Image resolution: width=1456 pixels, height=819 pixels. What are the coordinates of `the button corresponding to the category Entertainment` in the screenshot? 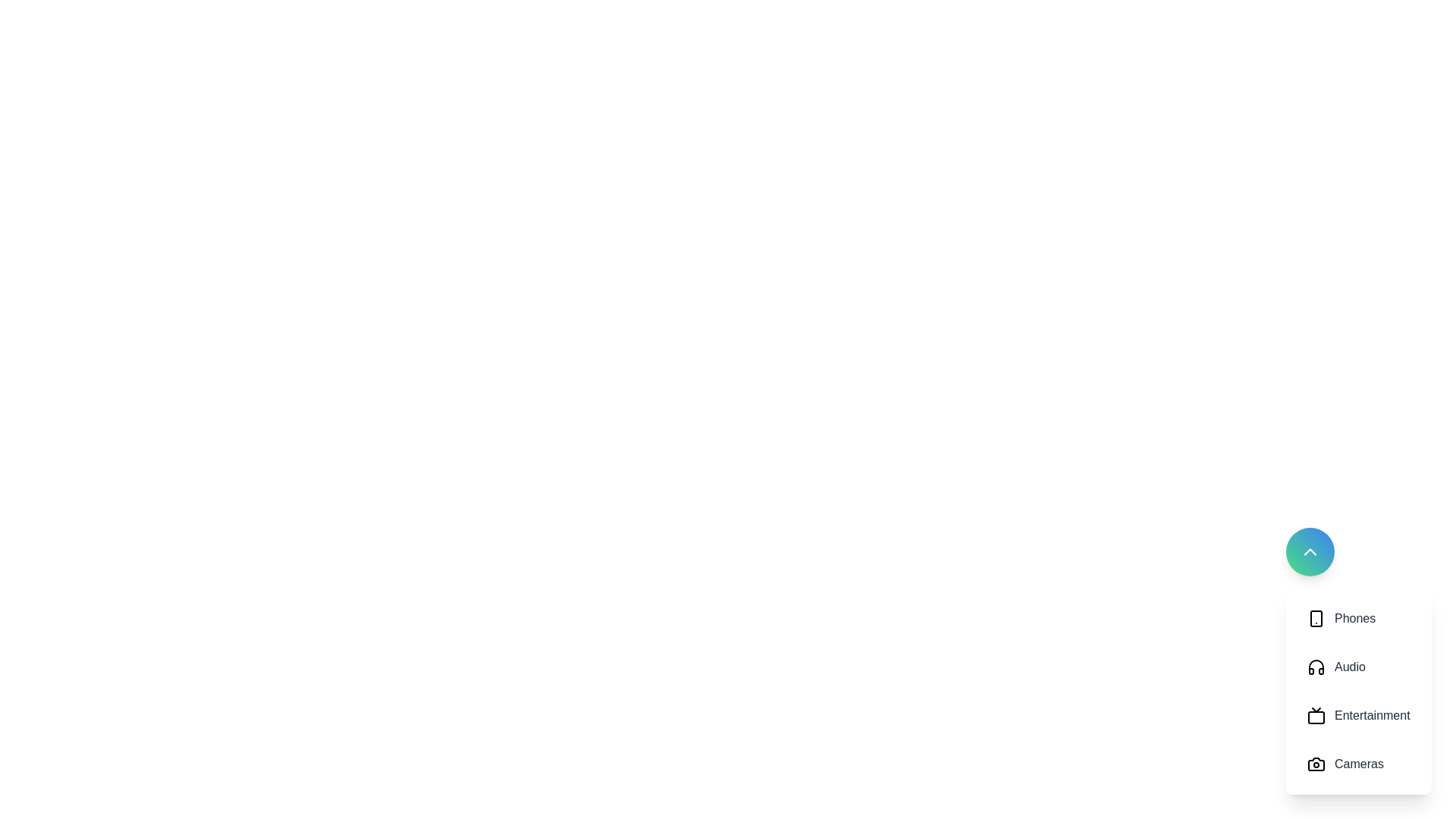 It's located at (1358, 716).